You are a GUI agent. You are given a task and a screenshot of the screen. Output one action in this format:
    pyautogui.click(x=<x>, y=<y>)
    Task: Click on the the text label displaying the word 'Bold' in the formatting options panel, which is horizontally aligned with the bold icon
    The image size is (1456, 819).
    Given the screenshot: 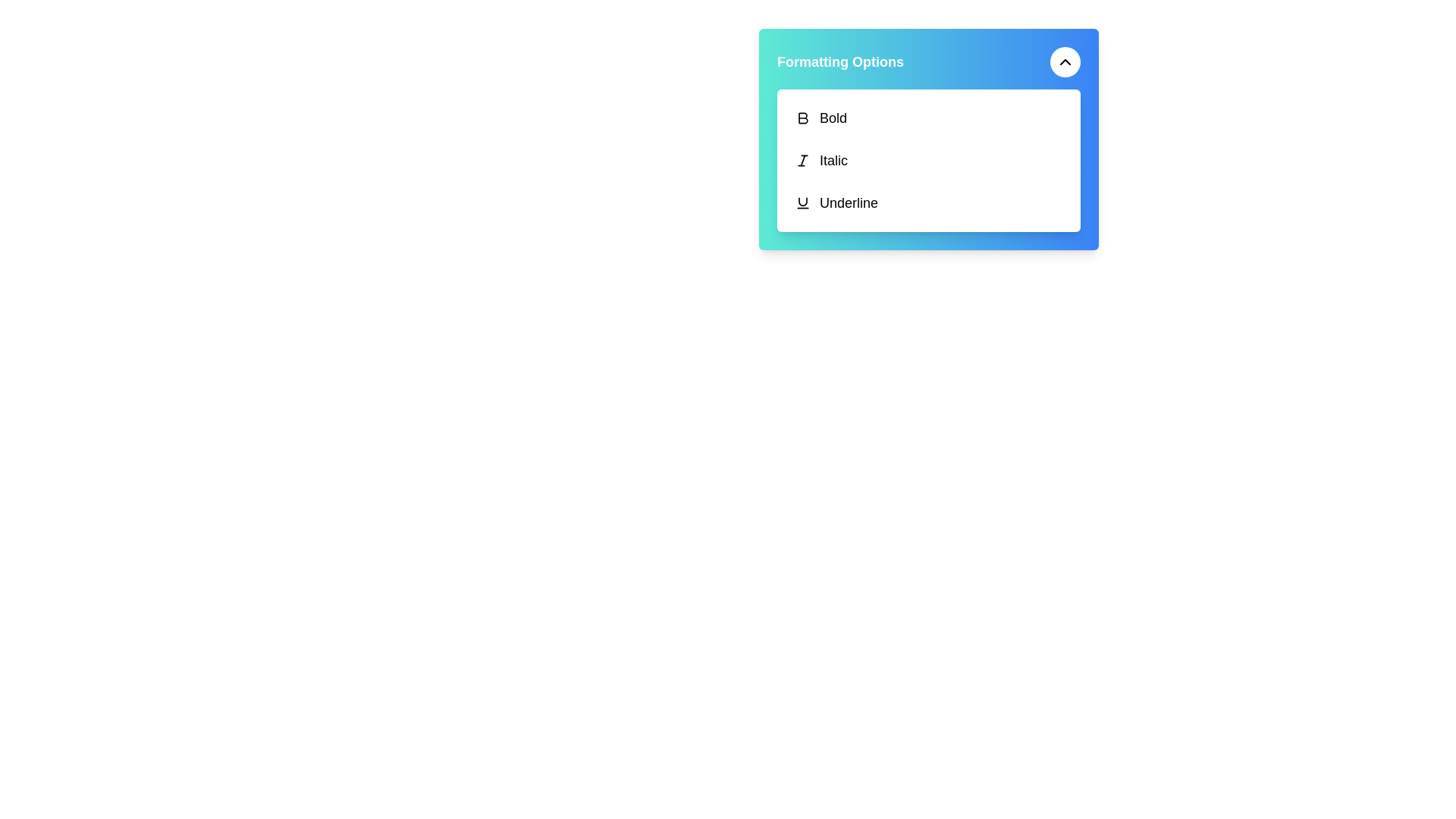 What is the action you would take?
    pyautogui.click(x=833, y=117)
    